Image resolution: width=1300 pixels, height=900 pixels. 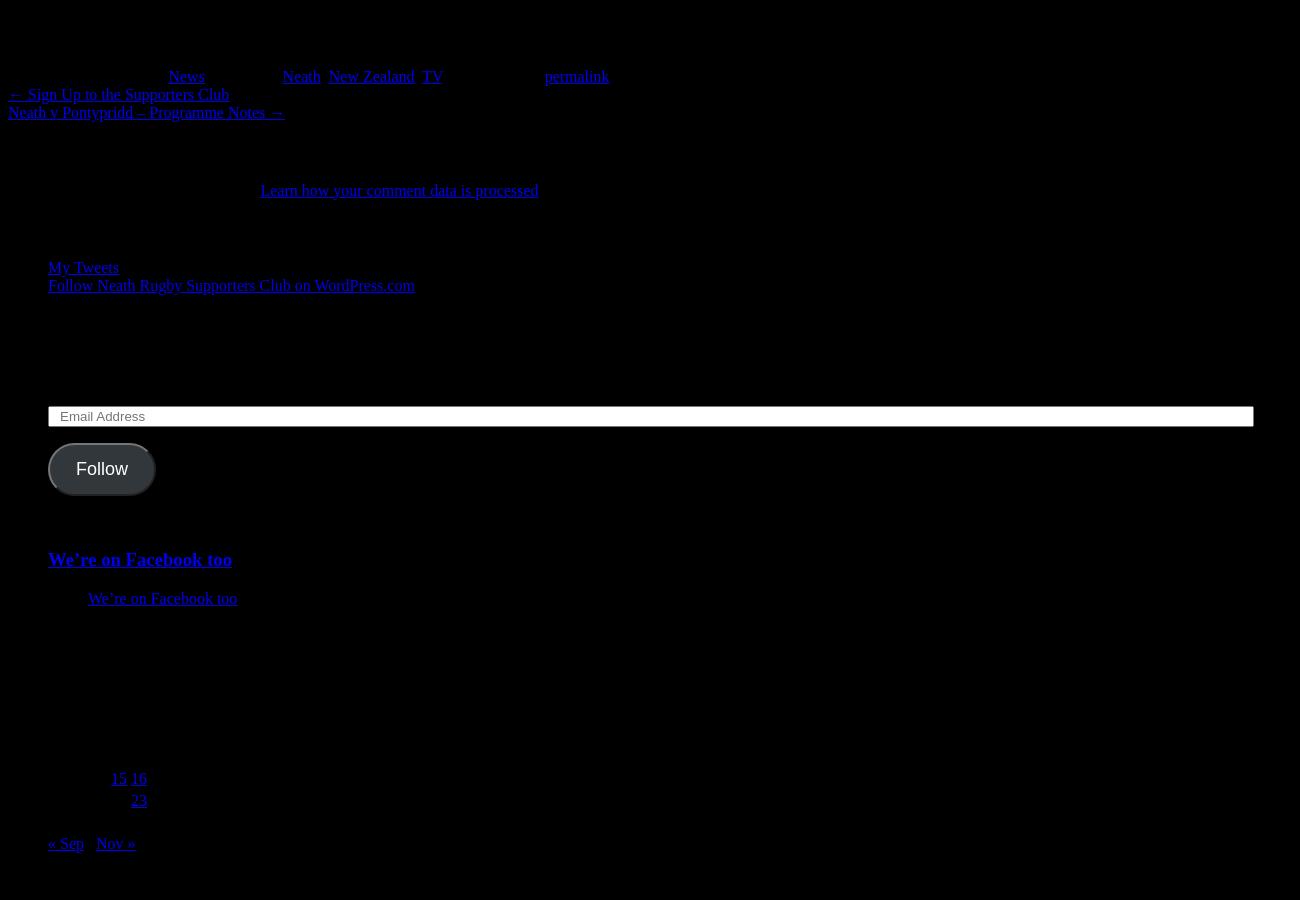 I want to click on 'Follow us on Twitter', so click(x=129, y=227).